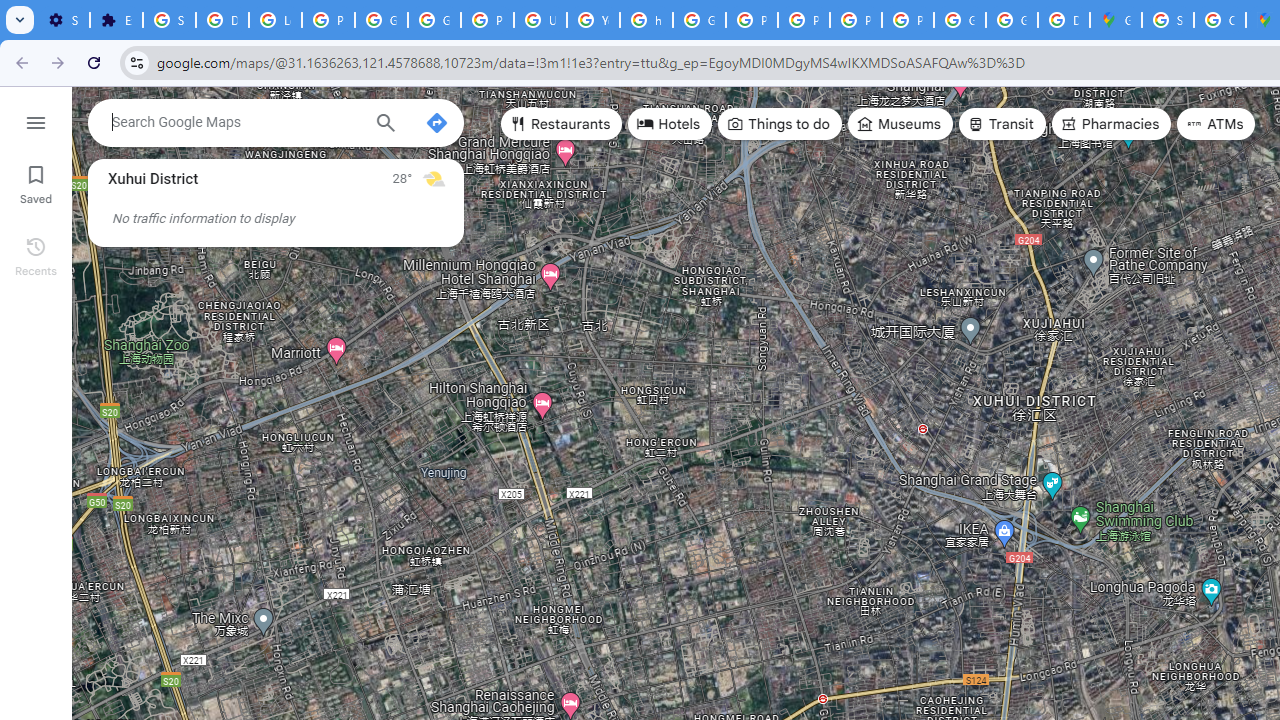 This screenshot has height=720, width=1280. Describe the element at coordinates (646, 20) in the screenshot. I see `'https://scholar.google.com/'` at that location.